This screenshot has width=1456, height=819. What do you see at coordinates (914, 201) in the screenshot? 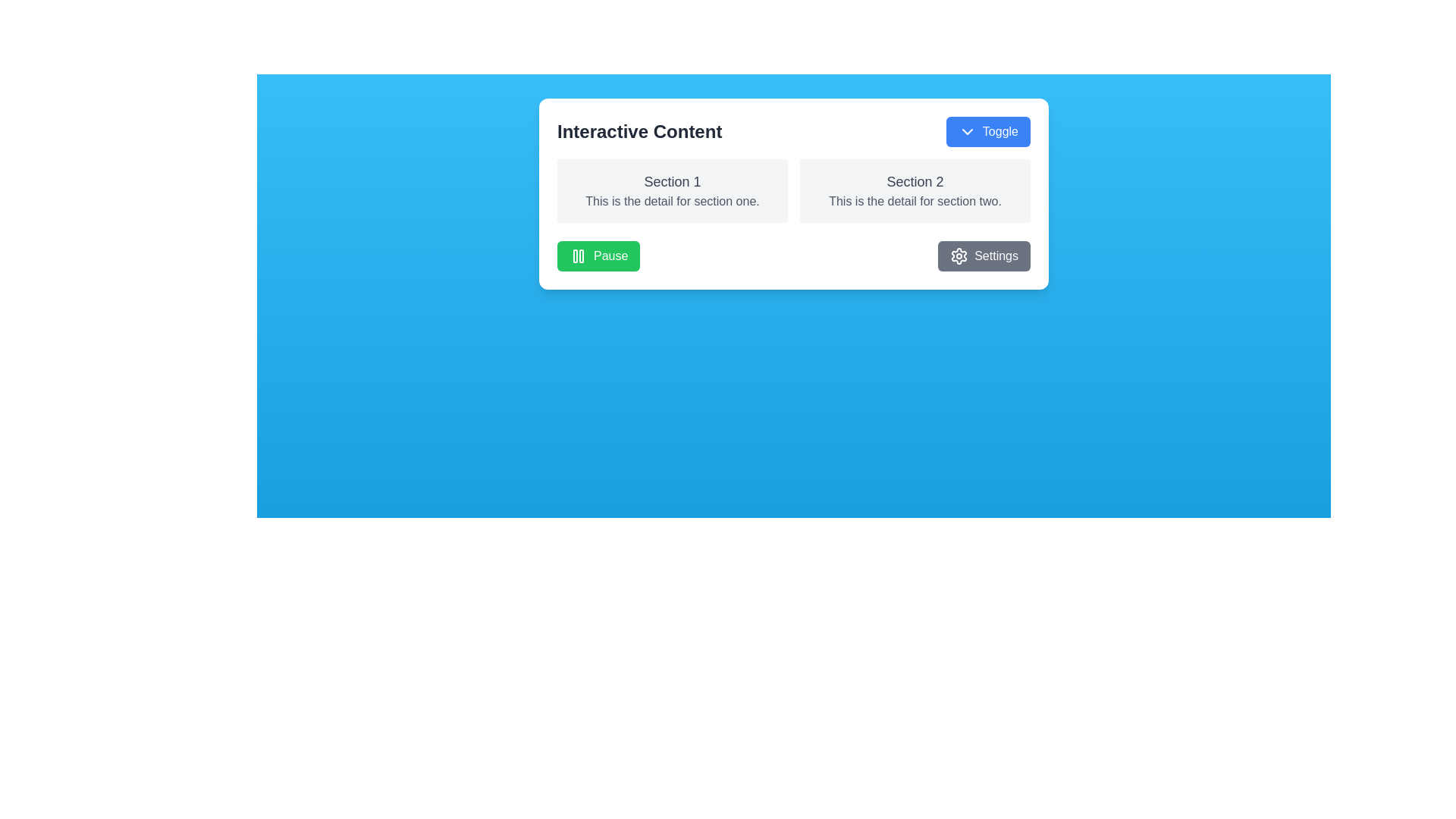
I see `the descriptive text element that reads 'This is the detail for section two.', which is styled with a gray font and positioned beneath the label 'Section 2'` at bounding box center [914, 201].